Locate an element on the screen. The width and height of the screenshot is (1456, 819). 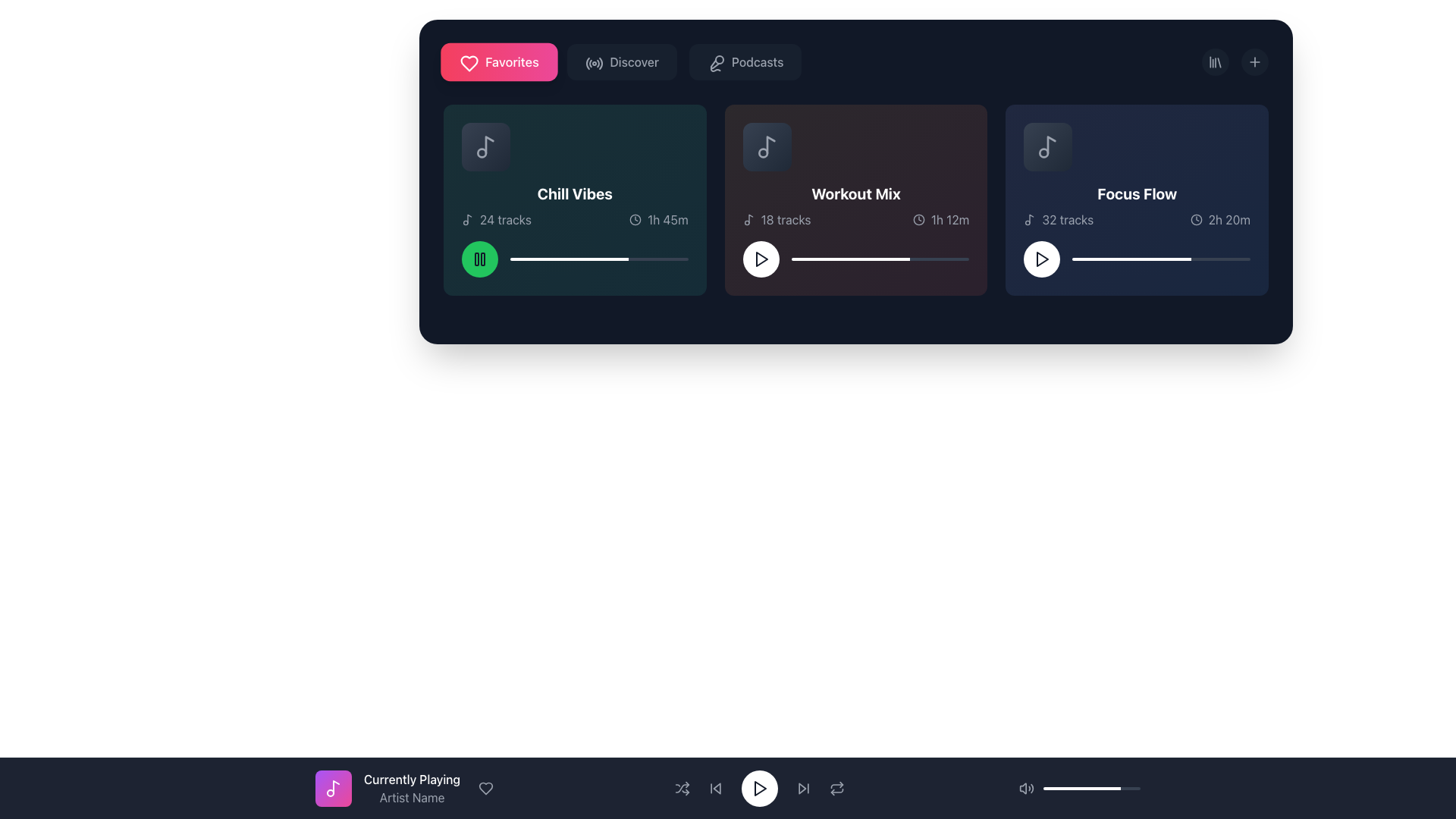
the text label displaying the word 'Discover', which is centrally aligned in a navigation bar and is the second option between 'Favorites' and 'Podcasts' is located at coordinates (634, 61).